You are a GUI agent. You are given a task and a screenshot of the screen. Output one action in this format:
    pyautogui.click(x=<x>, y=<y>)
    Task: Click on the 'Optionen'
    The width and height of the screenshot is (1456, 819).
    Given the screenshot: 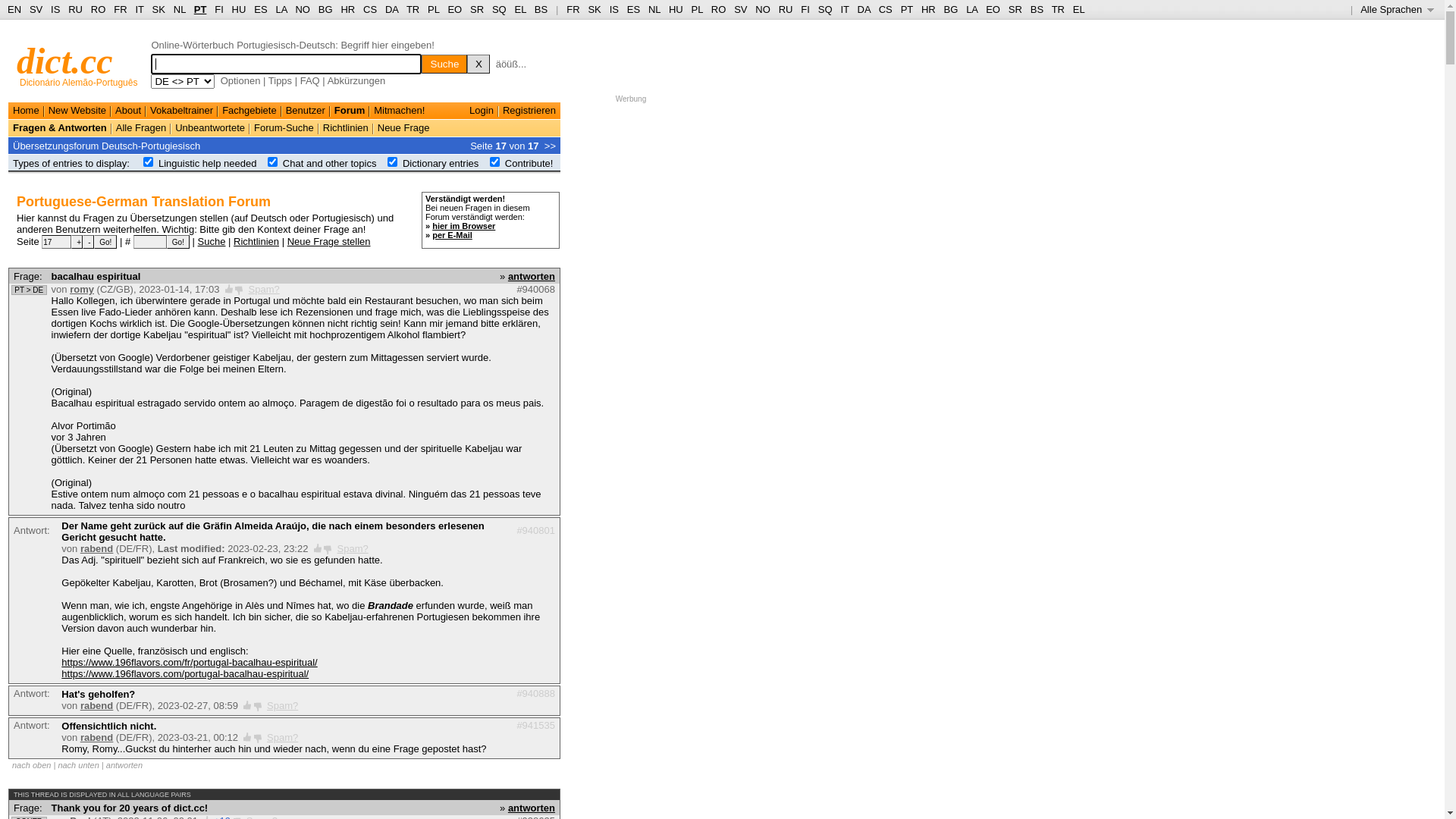 What is the action you would take?
    pyautogui.click(x=240, y=80)
    